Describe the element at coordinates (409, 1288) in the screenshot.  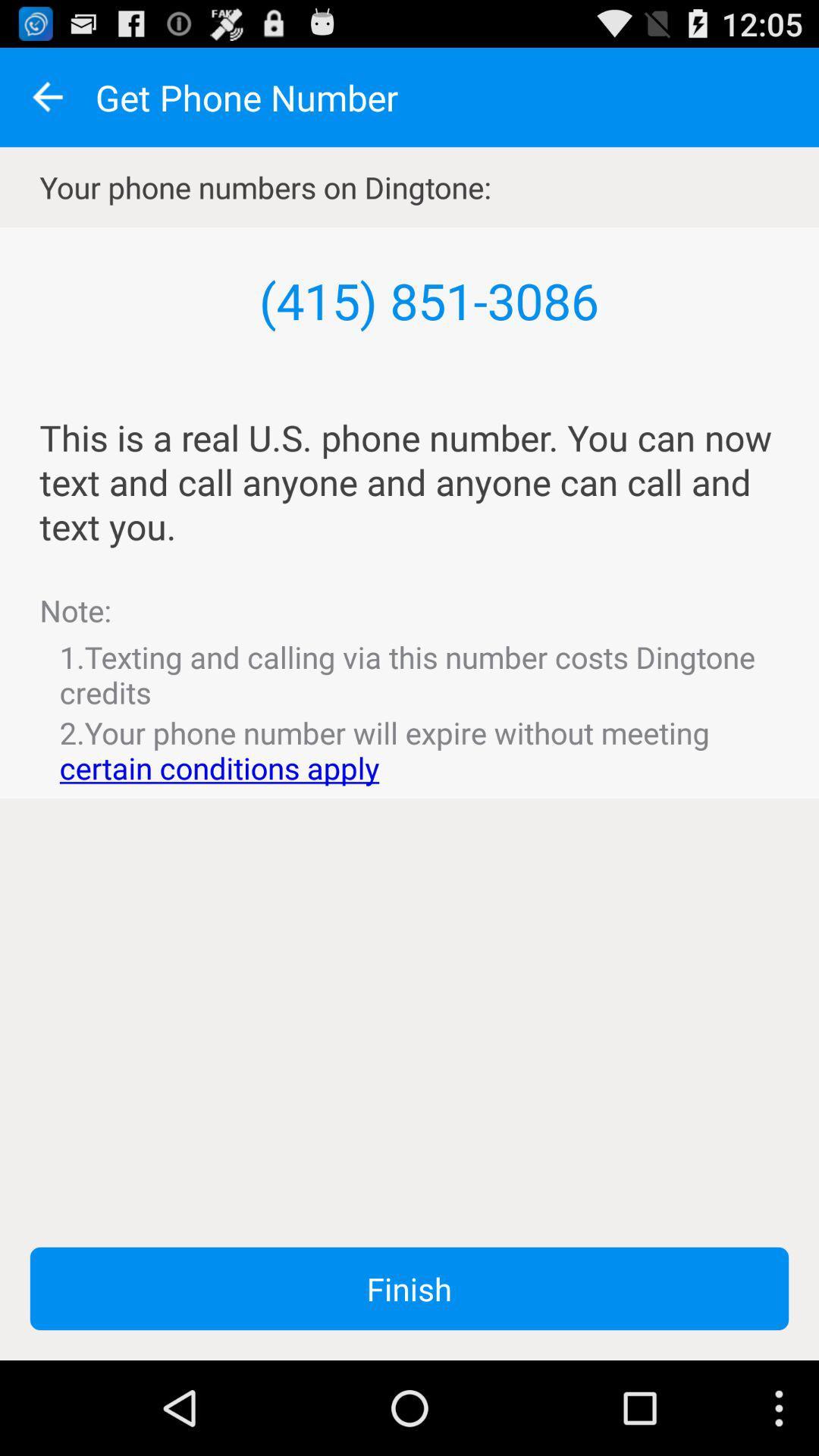
I see `the finish item` at that location.